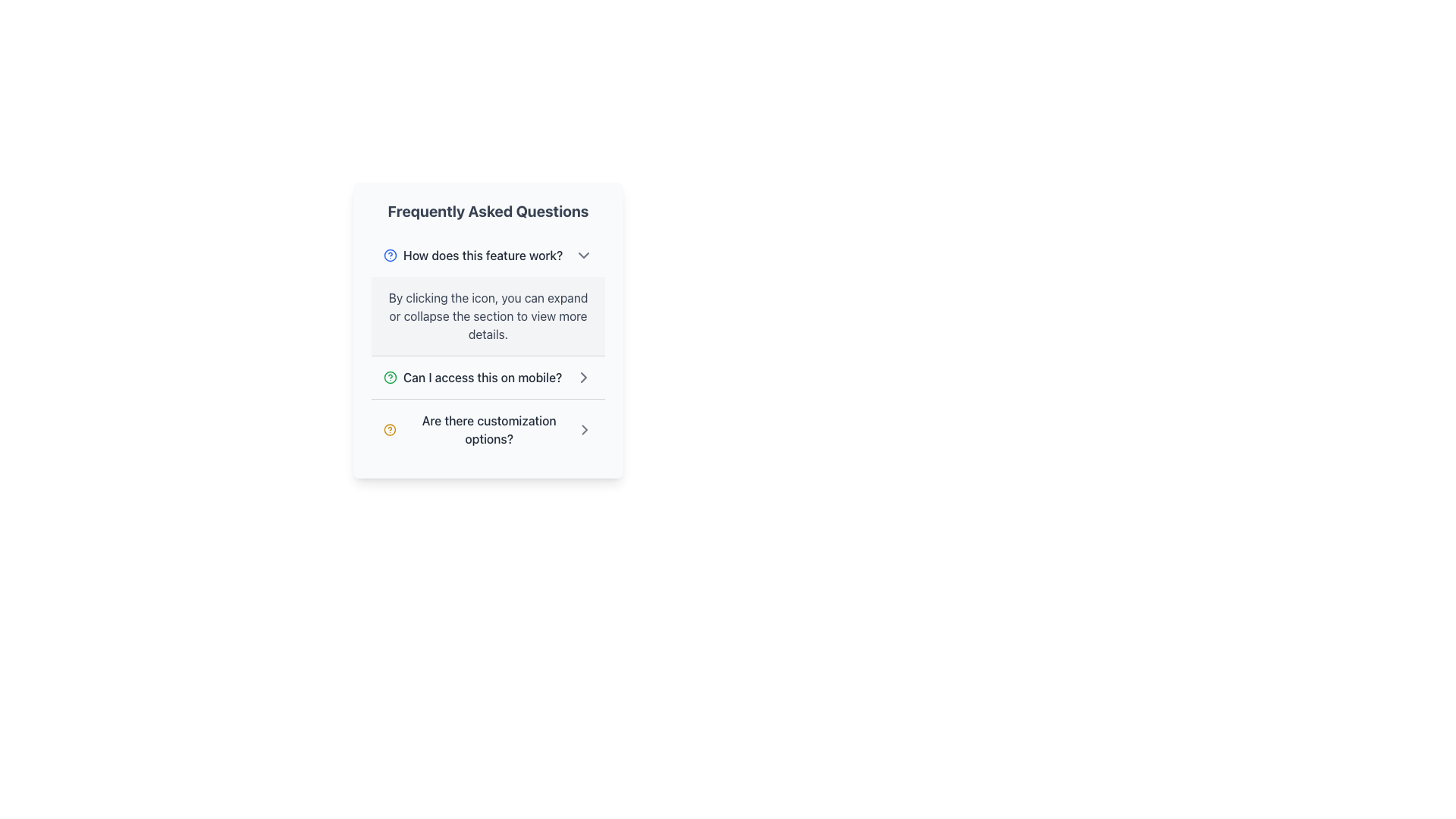 The height and width of the screenshot is (819, 1456). What do you see at coordinates (390, 254) in the screenshot?
I see `the SVG Circle located at the center of the first row in the FAQ section titled 'Frequently Asked Questions', adjacent to the text 'How does this feature work?'` at bounding box center [390, 254].